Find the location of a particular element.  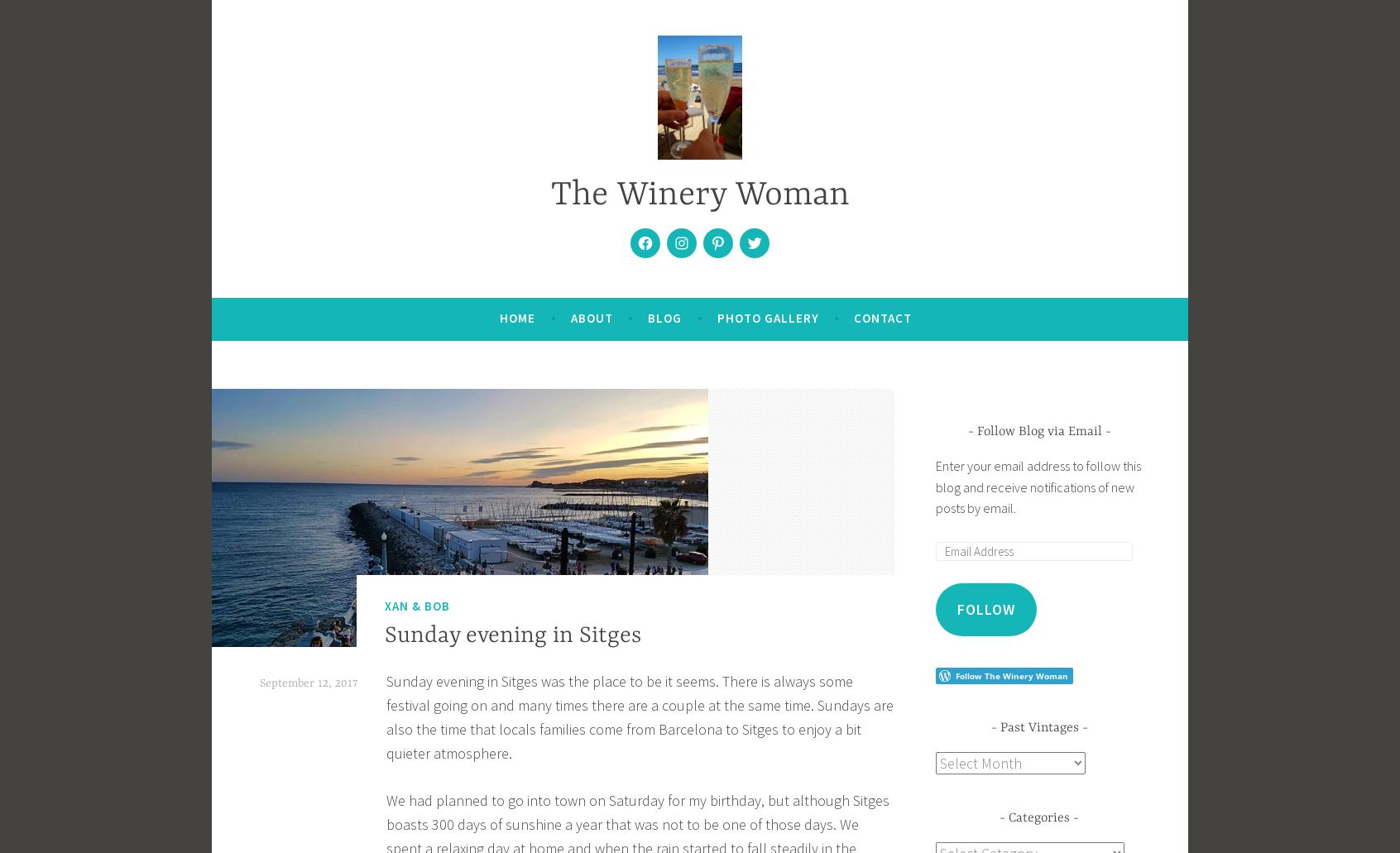

'Blog' is located at coordinates (664, 316).